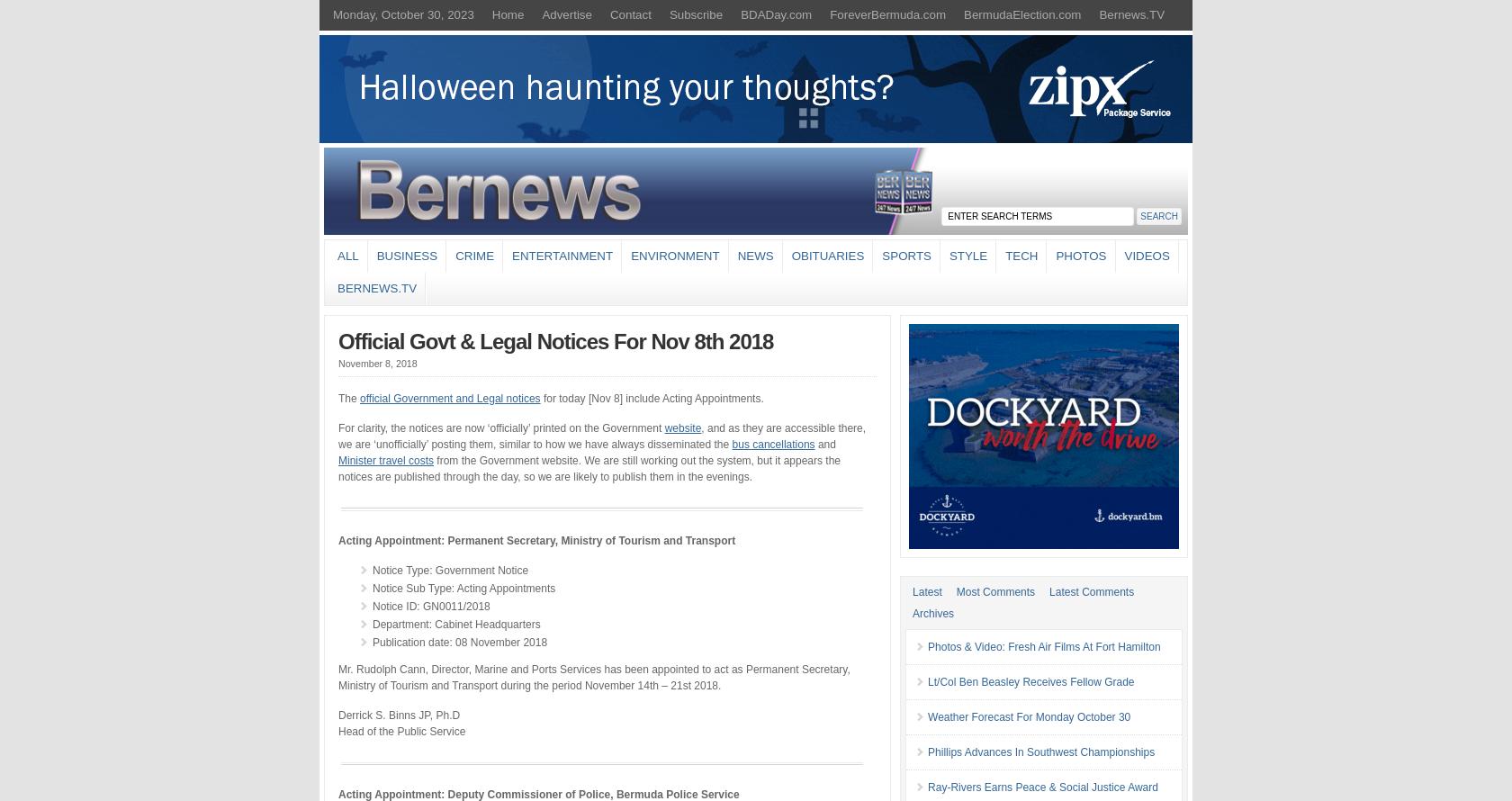 Image resolution: width=1512 pixels, height=801 pixels. Describe the element at coordinates (403, 14) in the screenshot. I see `'Monday, October 30, 2023'` at that location.